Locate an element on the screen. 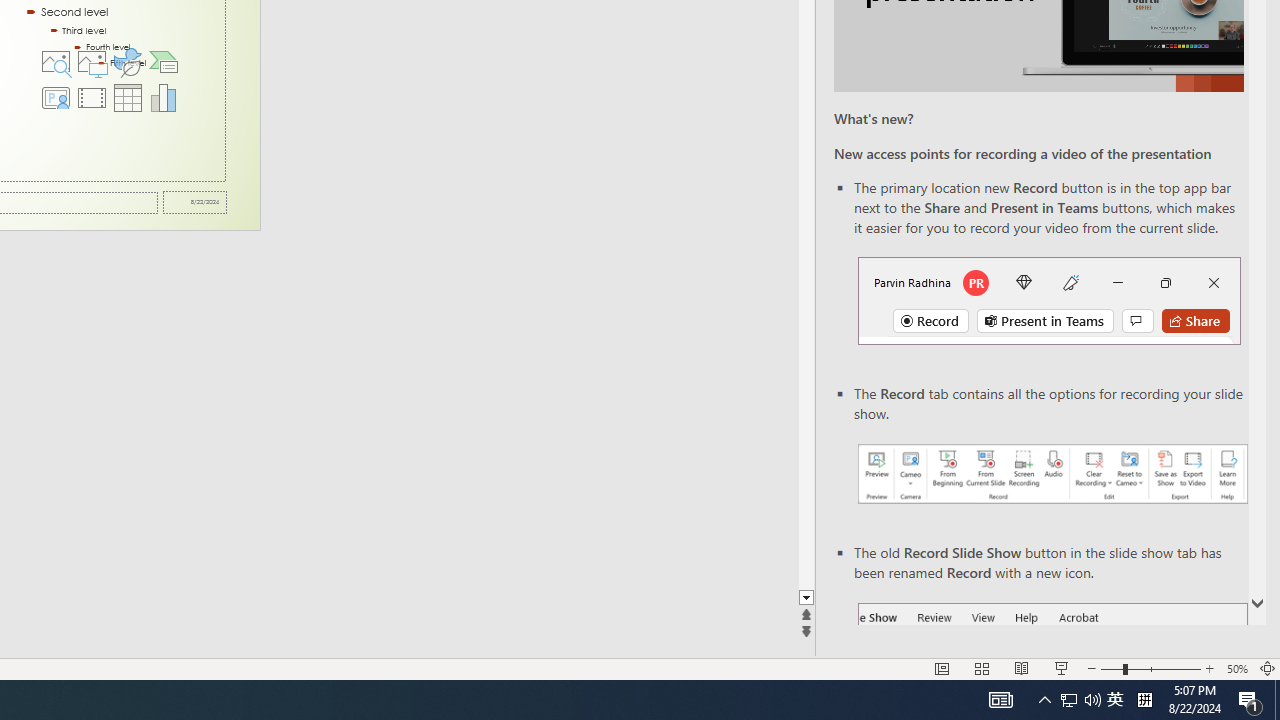 Image resolution: width=1280 pixels, height=720 pixels. 'Insert Cameo' is located at coordinates (55, 97).